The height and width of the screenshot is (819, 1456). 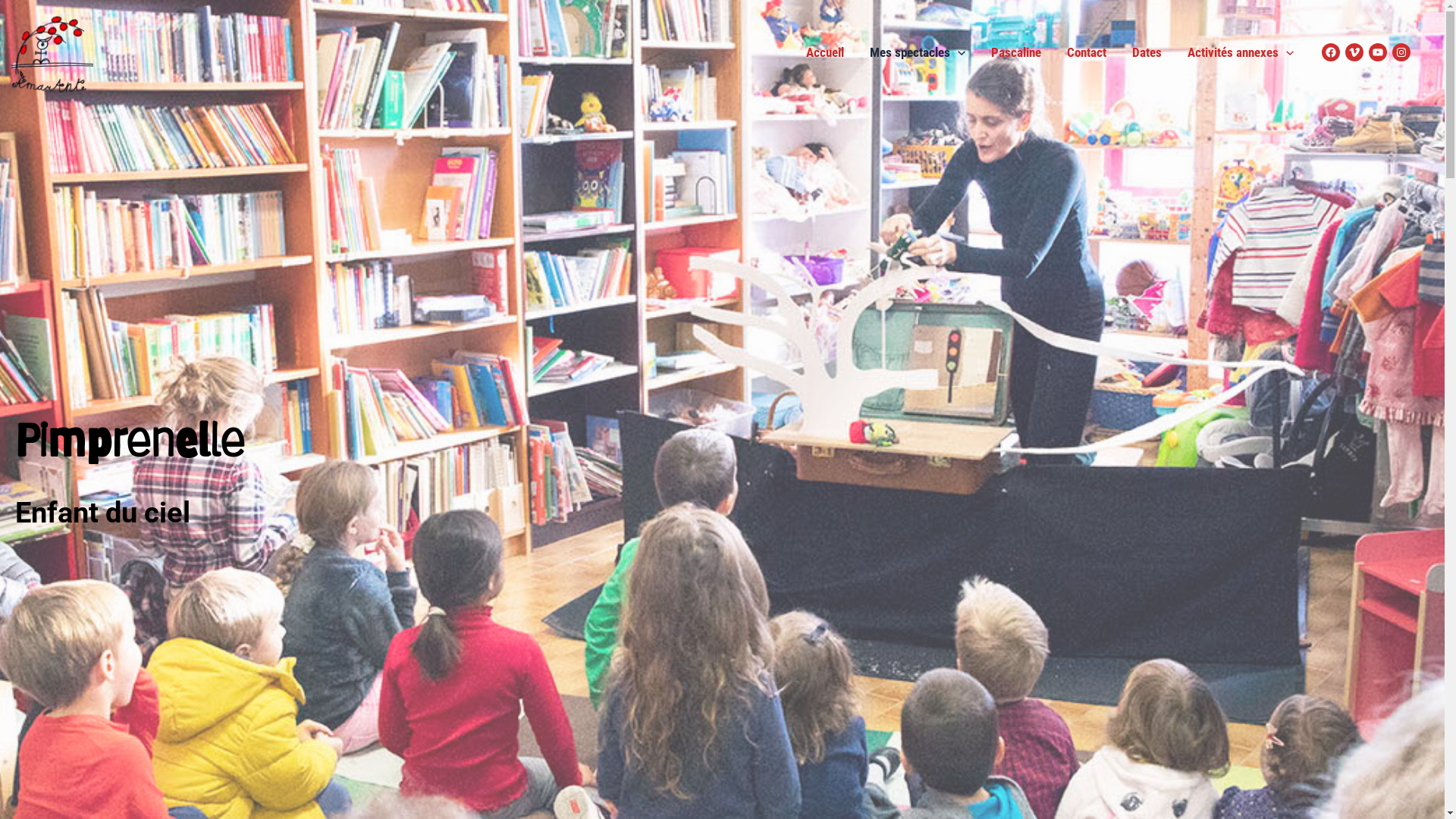 I want to click on 'Facebook', so click(x=1330, y=52).